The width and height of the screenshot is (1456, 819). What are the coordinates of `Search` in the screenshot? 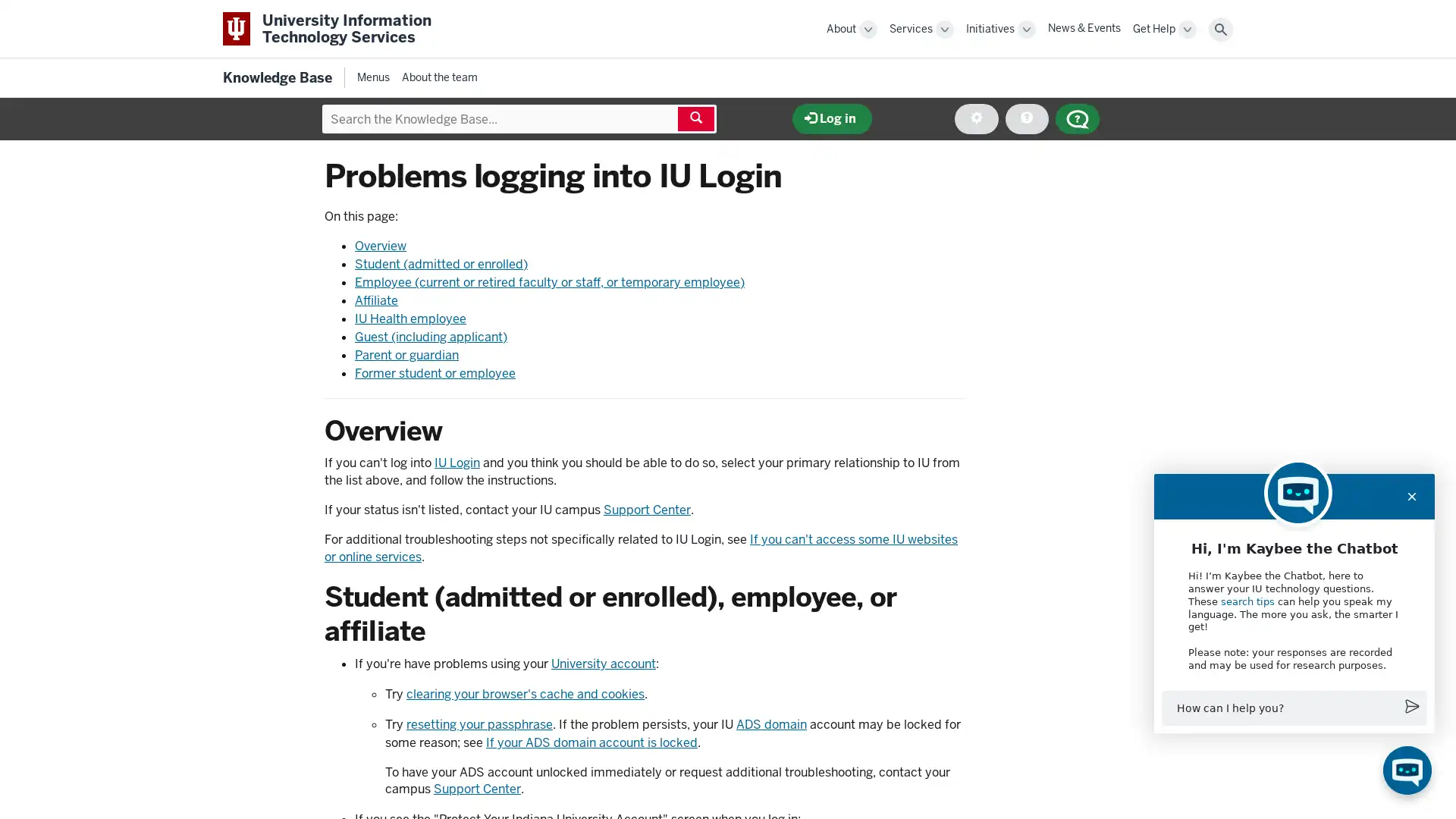 It's located at (695, 118).